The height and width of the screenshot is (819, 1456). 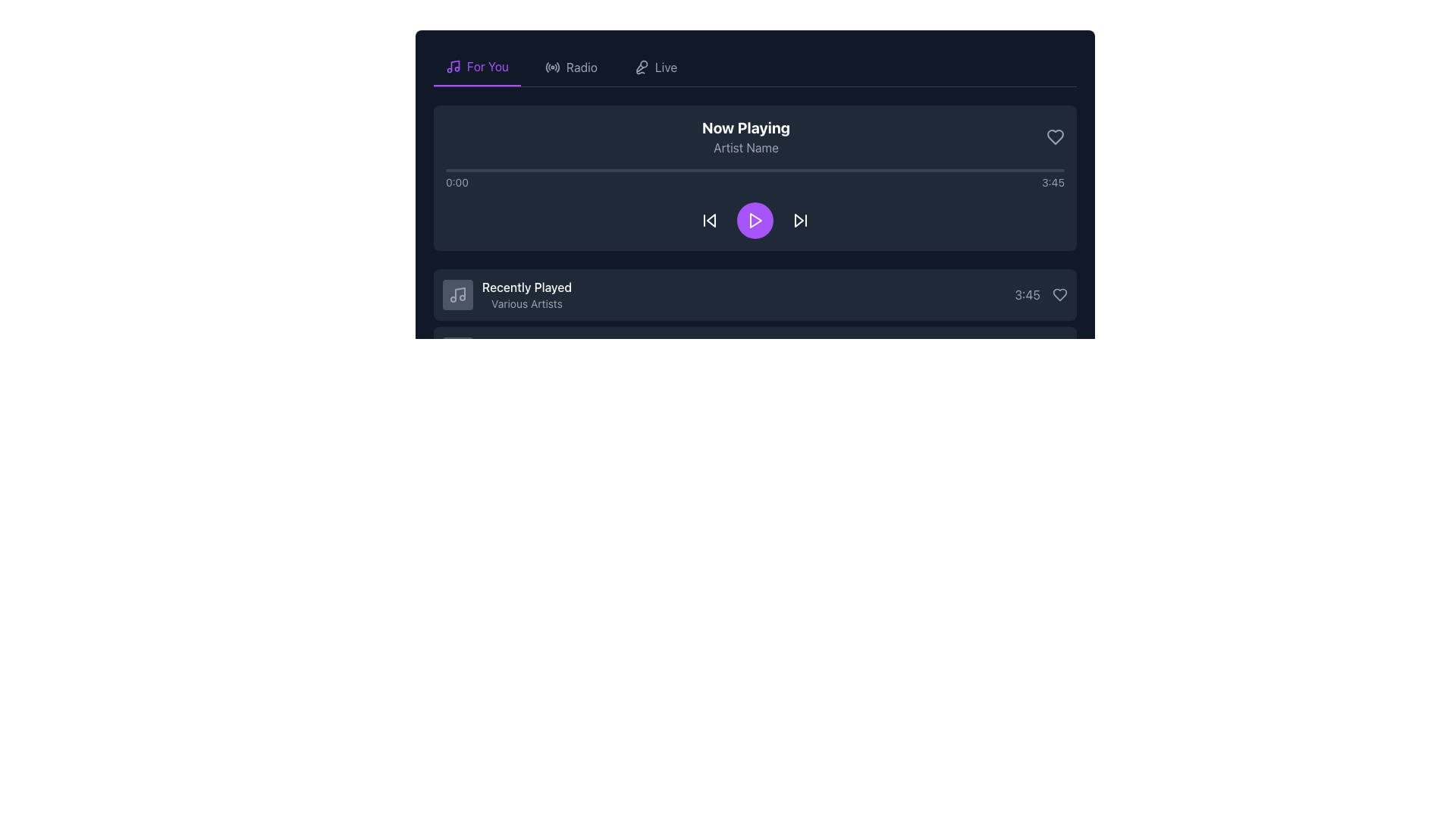 I want to click on the centrally positioned music section with a dark background and rounded edges, so click(x=755, y=270).